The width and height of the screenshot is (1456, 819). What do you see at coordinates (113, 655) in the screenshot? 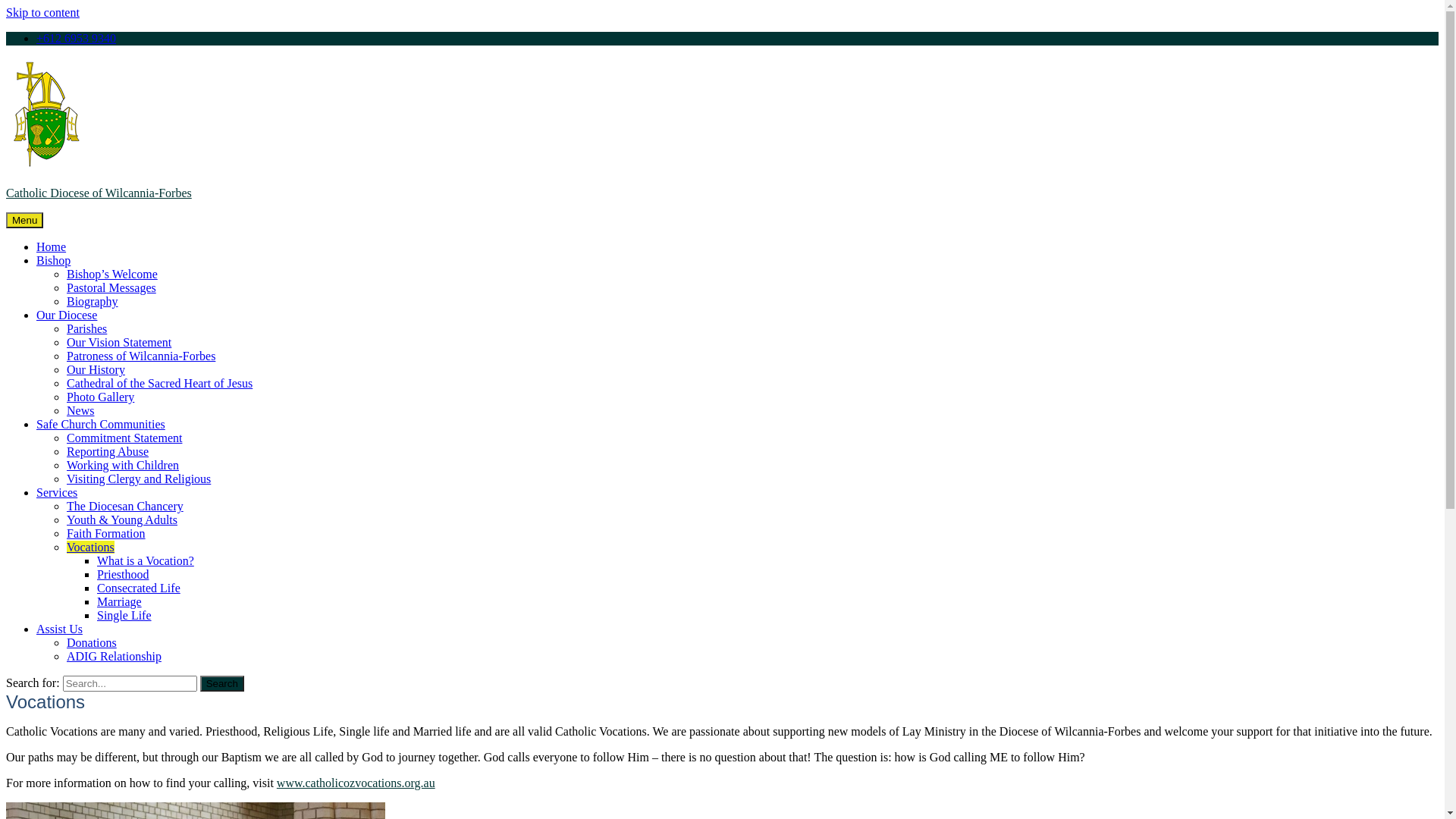
I see `'ADIG Relationship'` at bounding box center [113, 655].